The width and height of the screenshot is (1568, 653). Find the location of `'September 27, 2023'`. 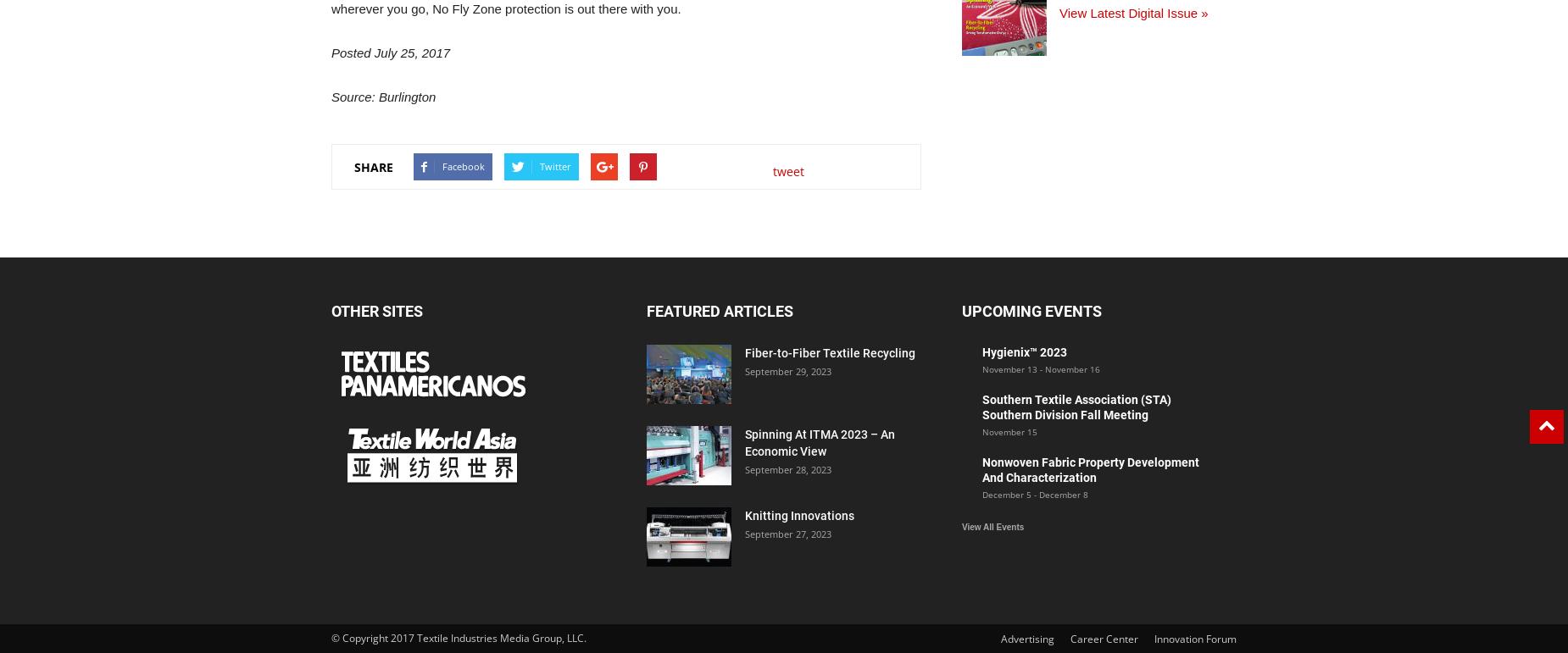

'September 27, 2023' is located at coordinates (787, 533).